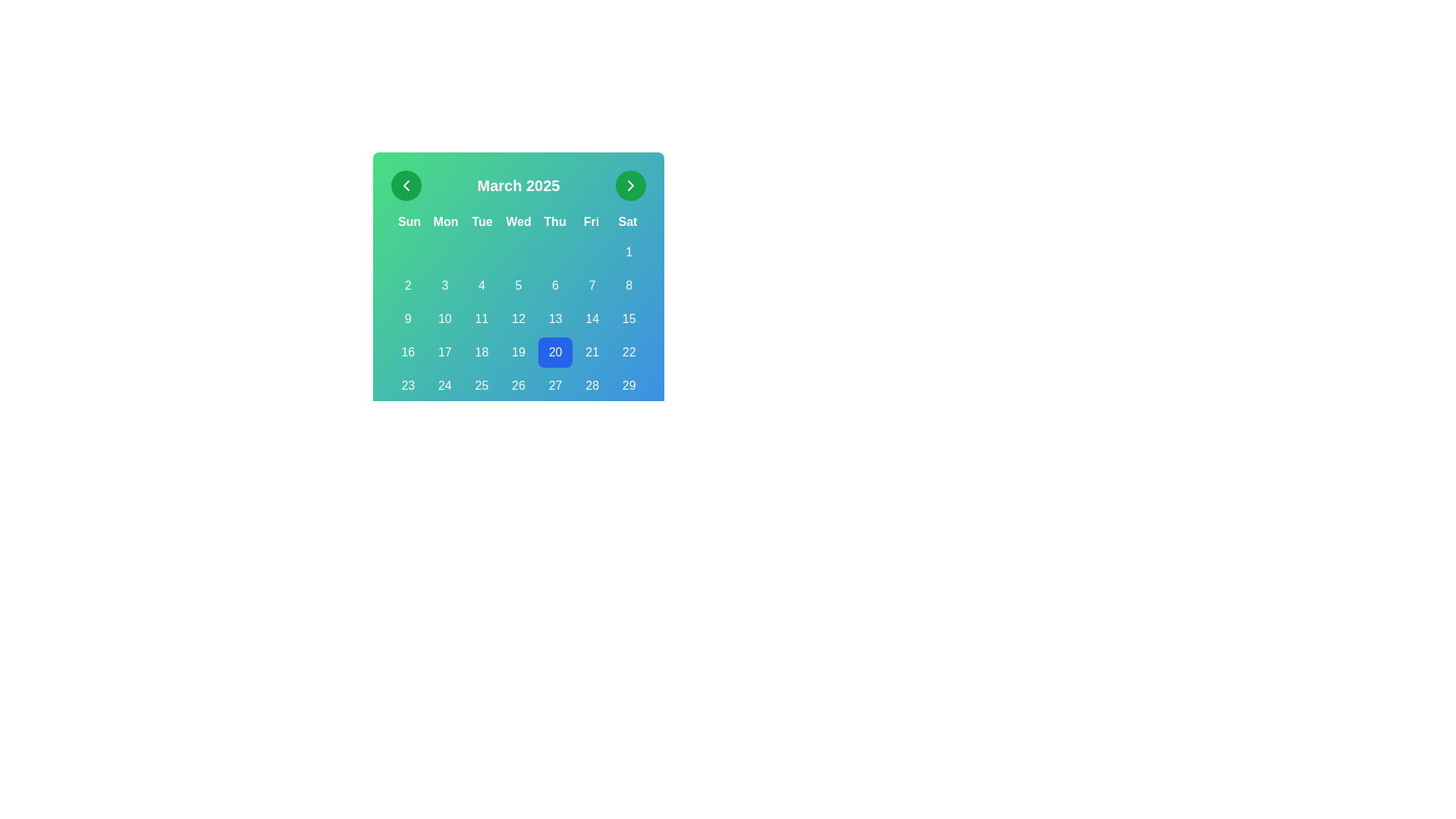 This screenshot has width=1456, height=819. What do you see at coordinates (629, 385) in the screenshot?
I see `the selectable date button in the calendar interface located in the last column of the last row, which corresponds to Saturday in the last week of the month` at bounding box center [629, 385].